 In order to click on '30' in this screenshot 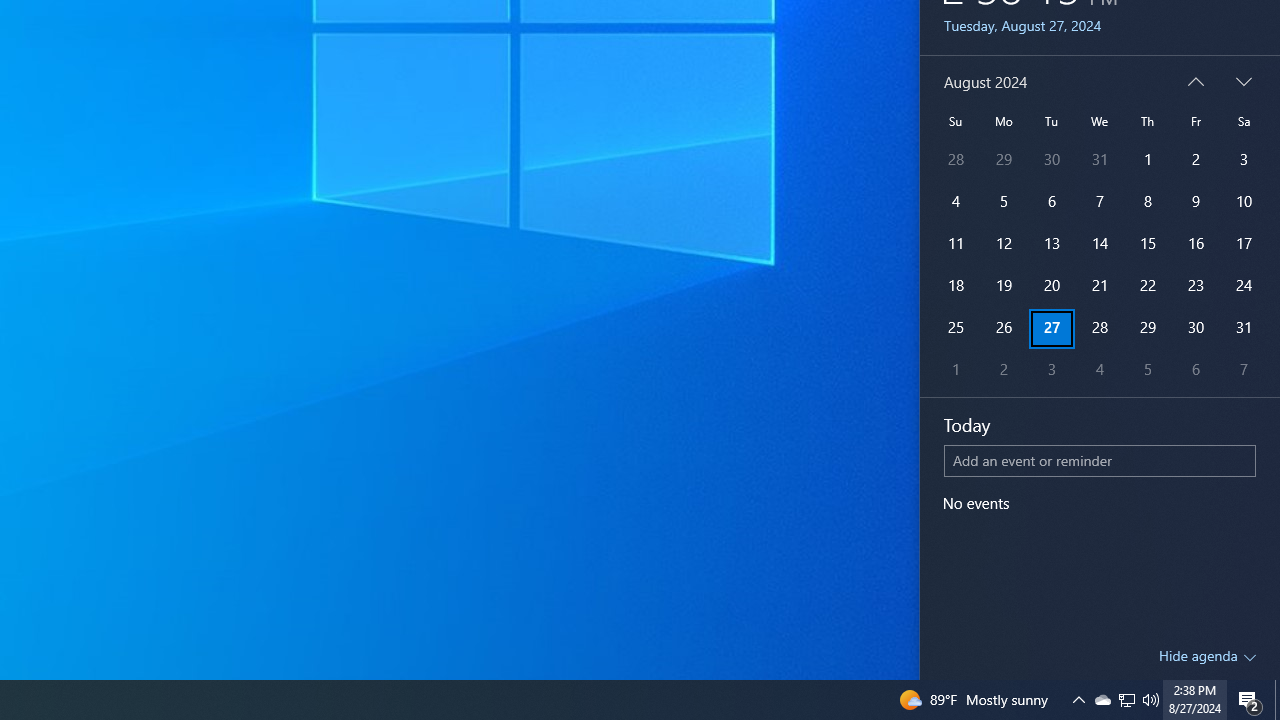, I will do `click(1195, 328)`.